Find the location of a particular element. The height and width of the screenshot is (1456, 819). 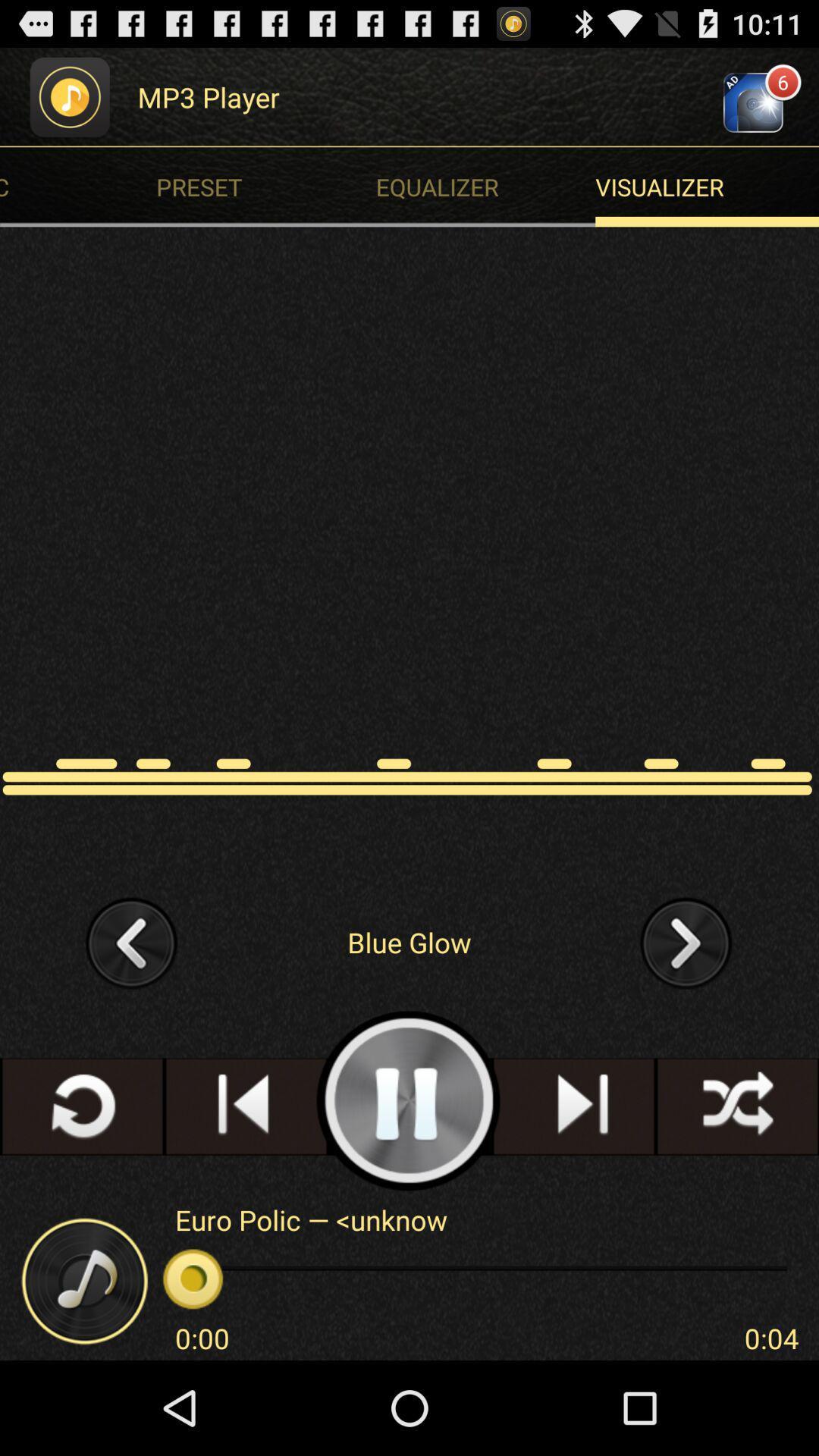

the item at the top is located at coordinates (489, 186).